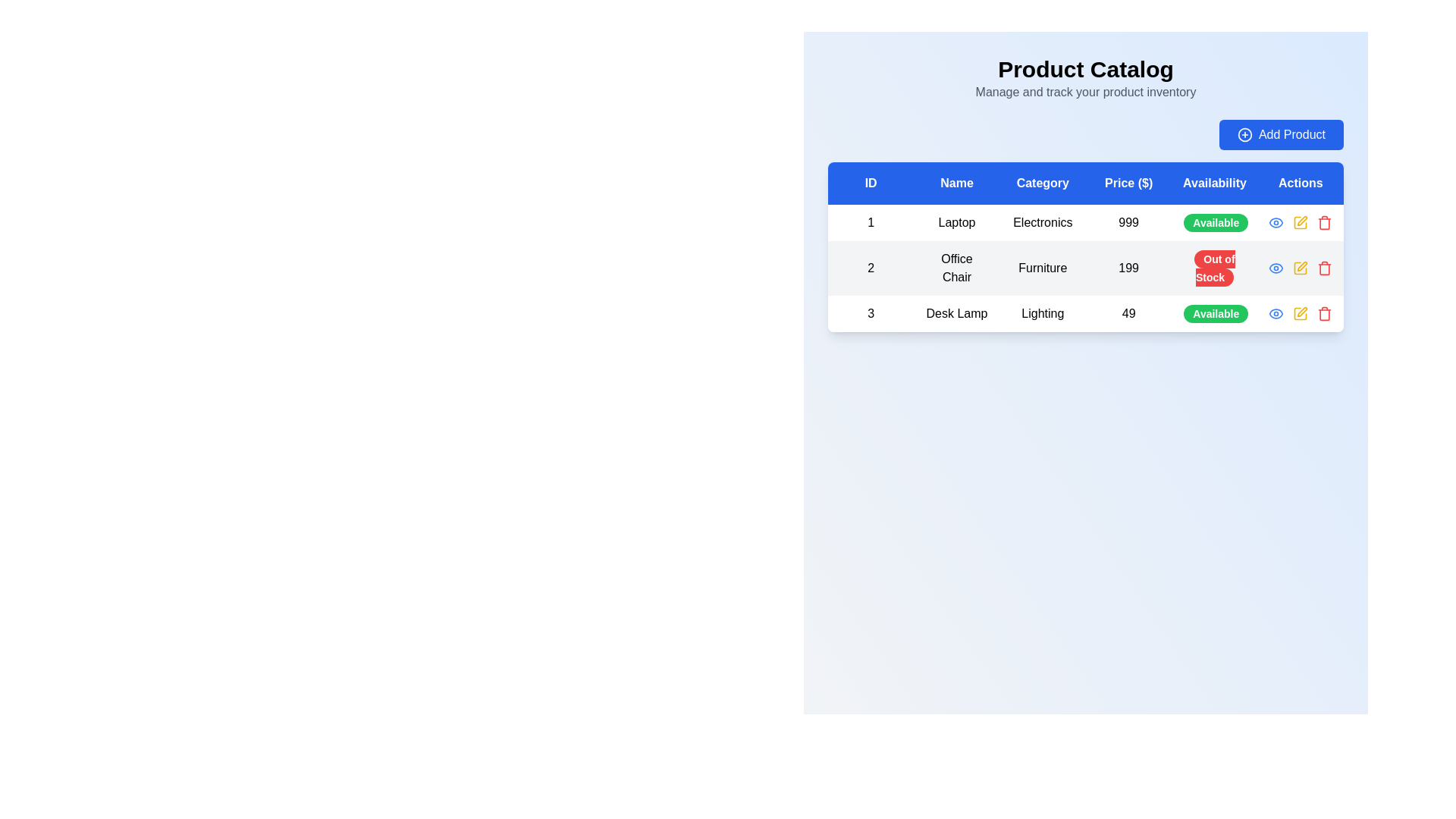 Image resolution: width=1456 pixels, height=819 pixels. I want to click on the Text value field displaying the price of the 'Desk Lamp' item, located in the fourth column of the third row in the inventory table, so click(1128, 312).